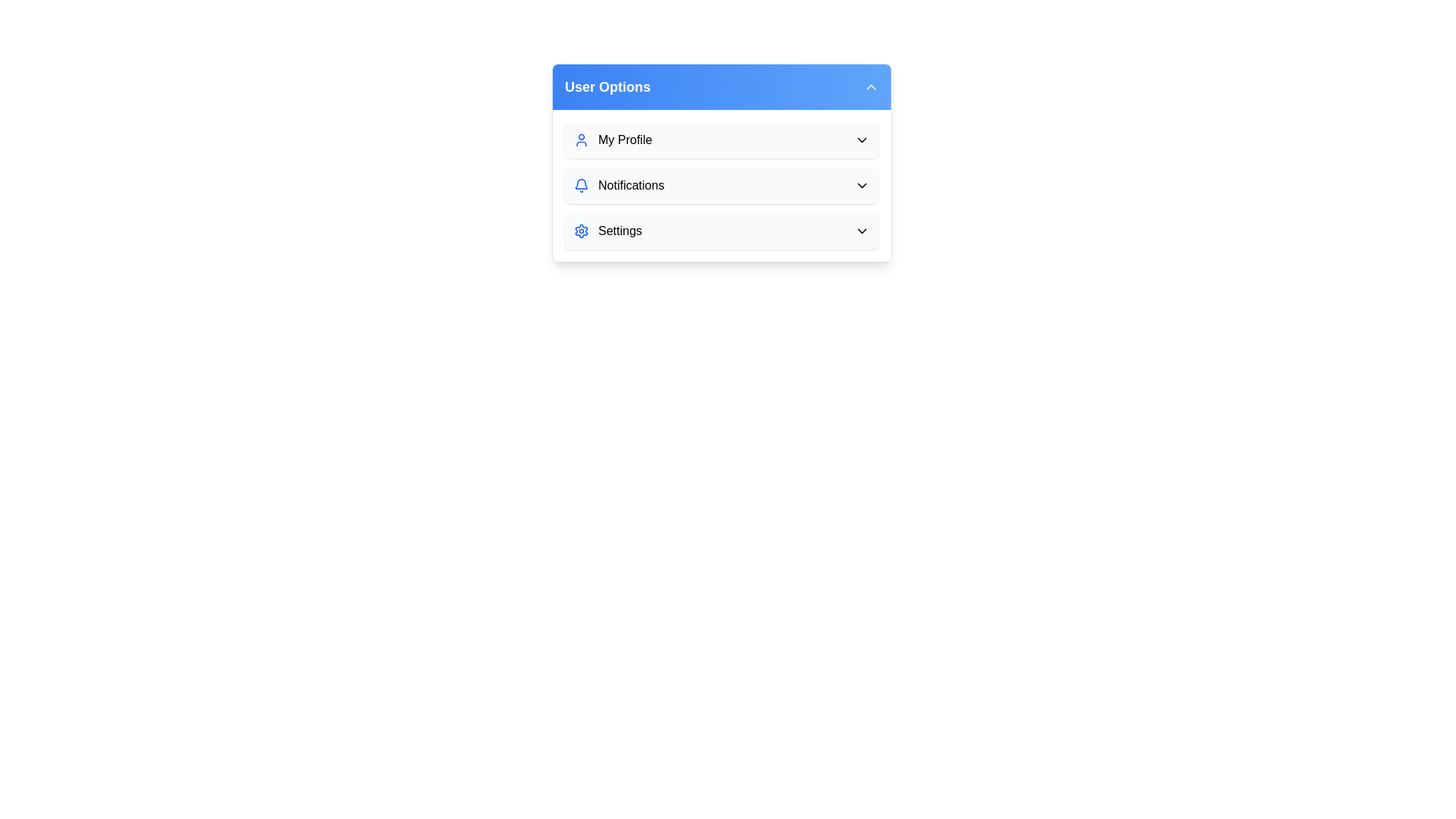 The height and width of the screenshot is (819, 1456). I want to click on the blue user icon, which features a circular head and a semicircular body outline, located to the left of the text 'My Profile' in the dropdown interface under 'User Options', so click(581, 140).